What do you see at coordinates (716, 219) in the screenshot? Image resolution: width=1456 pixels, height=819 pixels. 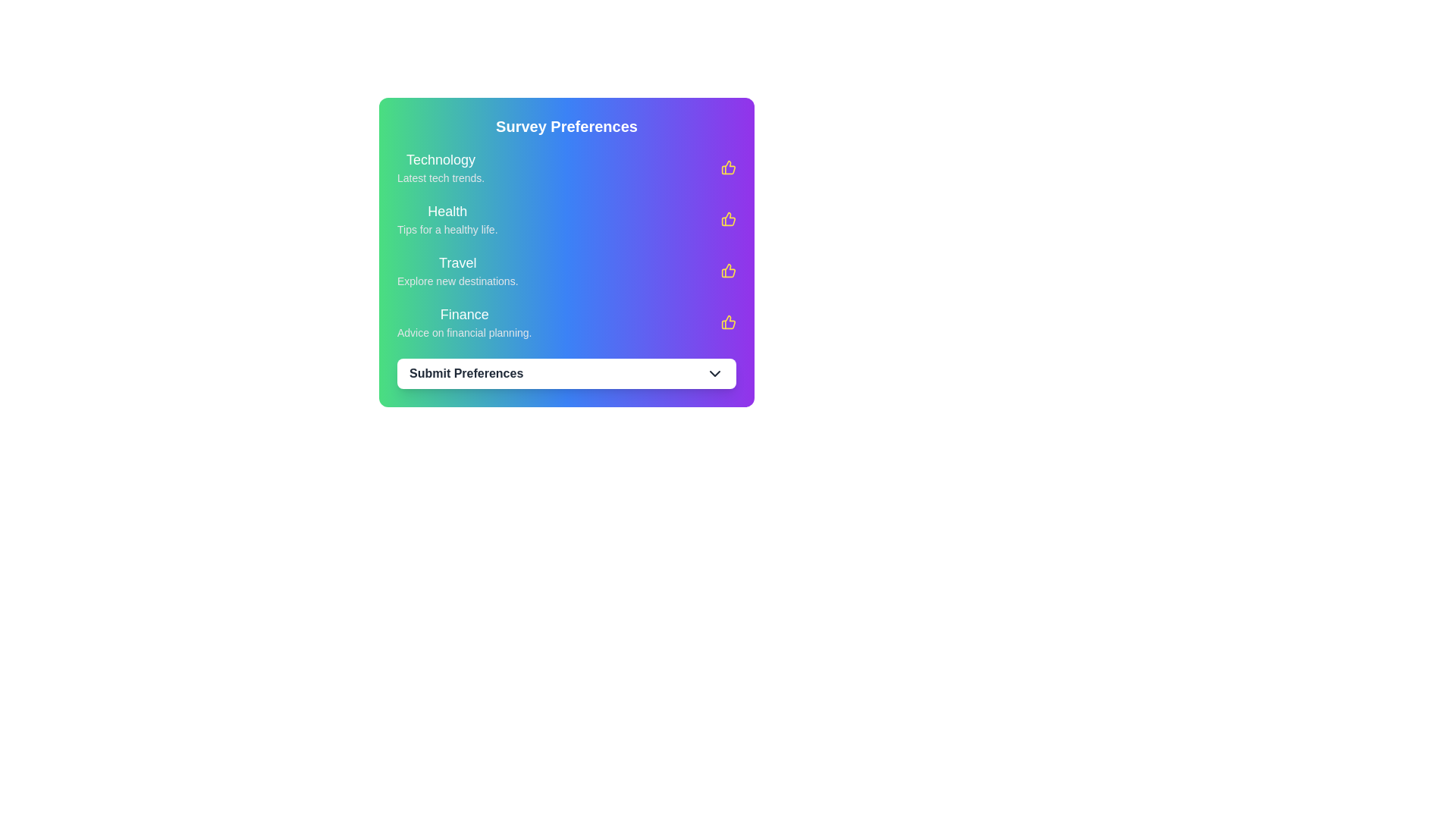 I see `the second thumbs-up icon that symbolizes approval for the 'Health' section within the 'Survey Preferences' card` at bounding box center [716, 219].